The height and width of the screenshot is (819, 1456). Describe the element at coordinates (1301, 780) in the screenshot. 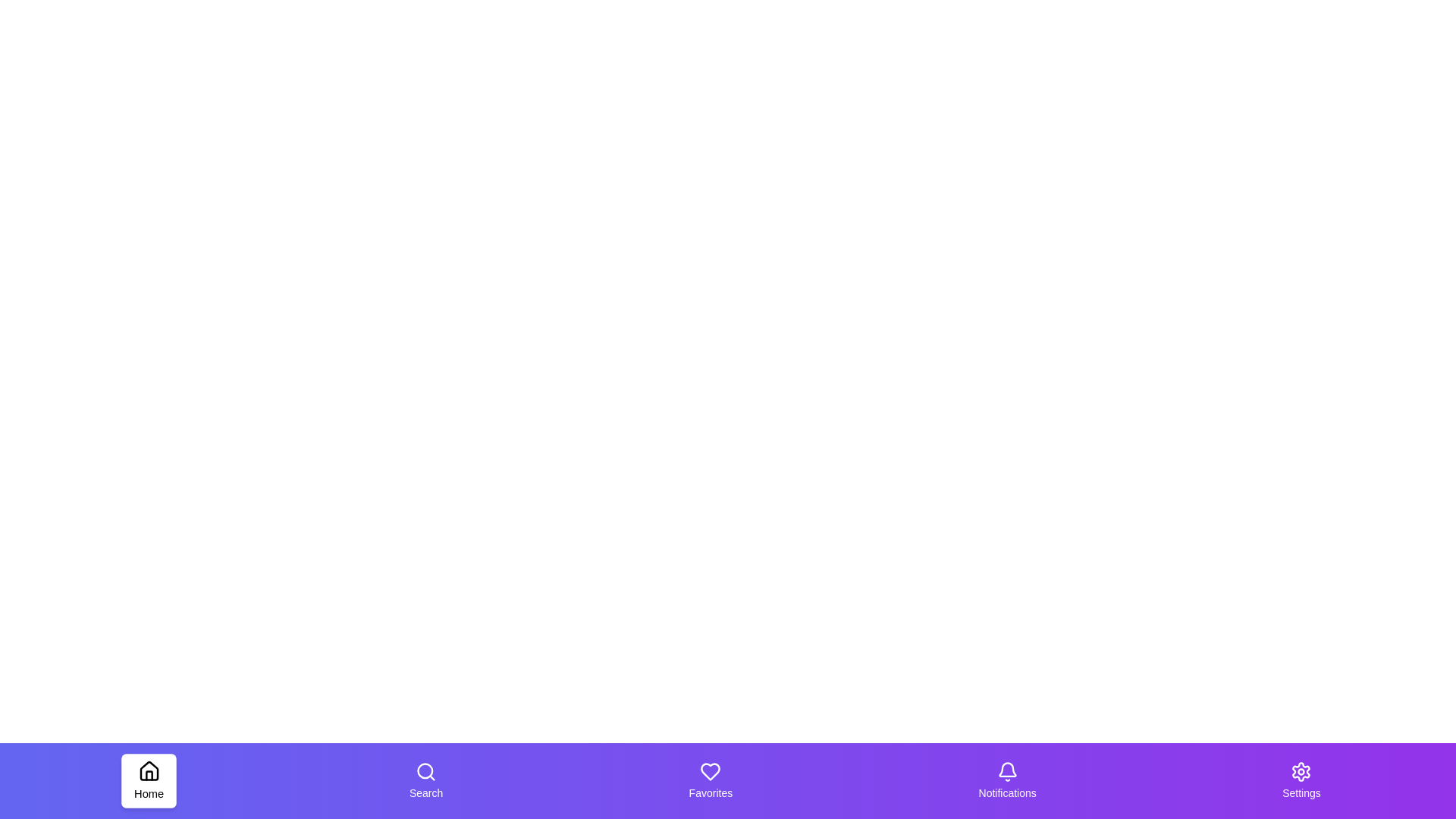

I see `the tab labeled Settings to trigger its hover effect` at that location.